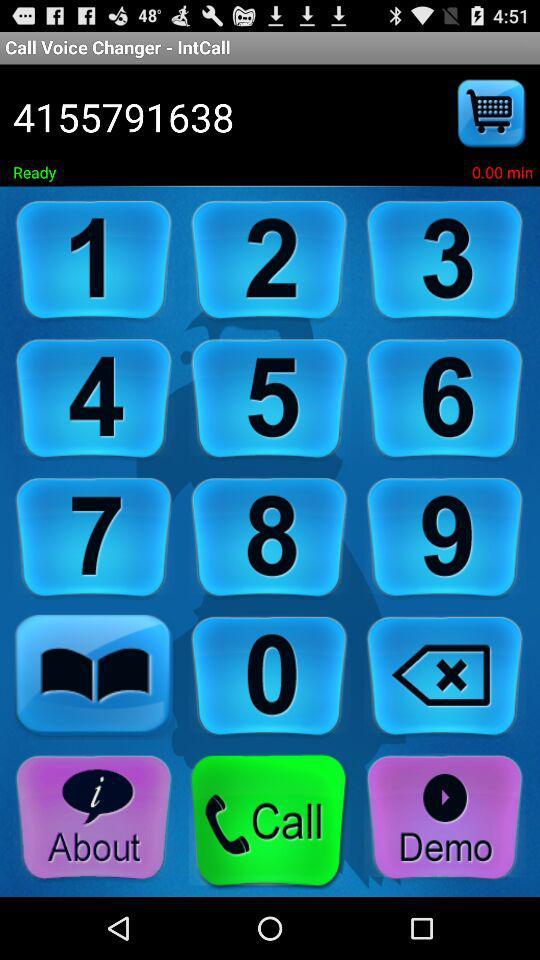 The height and width of the screenshot is (960, 540). What do you see at coordinates (93, 537) in the screenshot?
I see `input number 7` at bounding box center [93, 537].